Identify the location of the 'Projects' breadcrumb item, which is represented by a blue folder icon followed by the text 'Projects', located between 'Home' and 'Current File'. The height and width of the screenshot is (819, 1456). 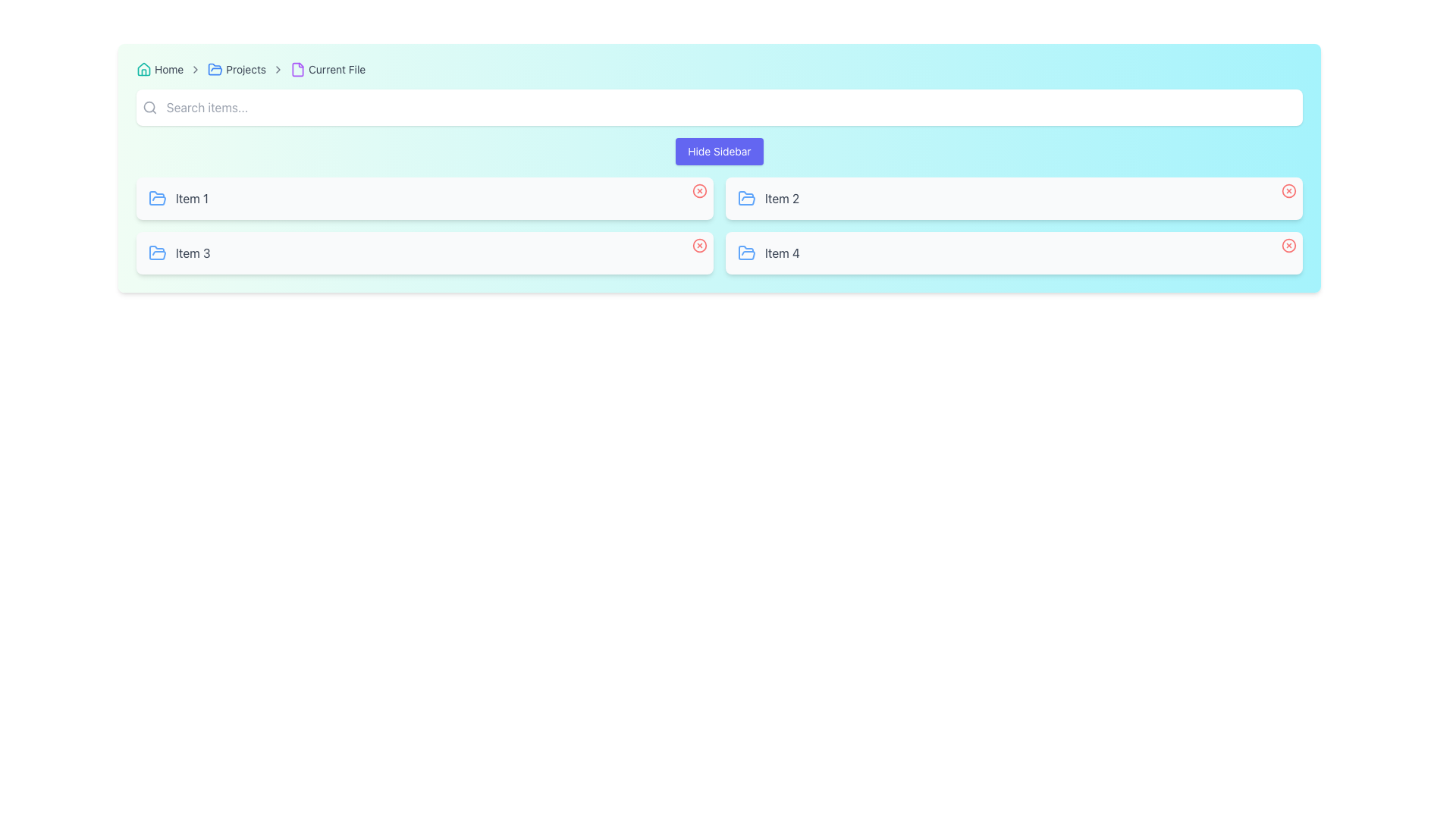
(236, 70).